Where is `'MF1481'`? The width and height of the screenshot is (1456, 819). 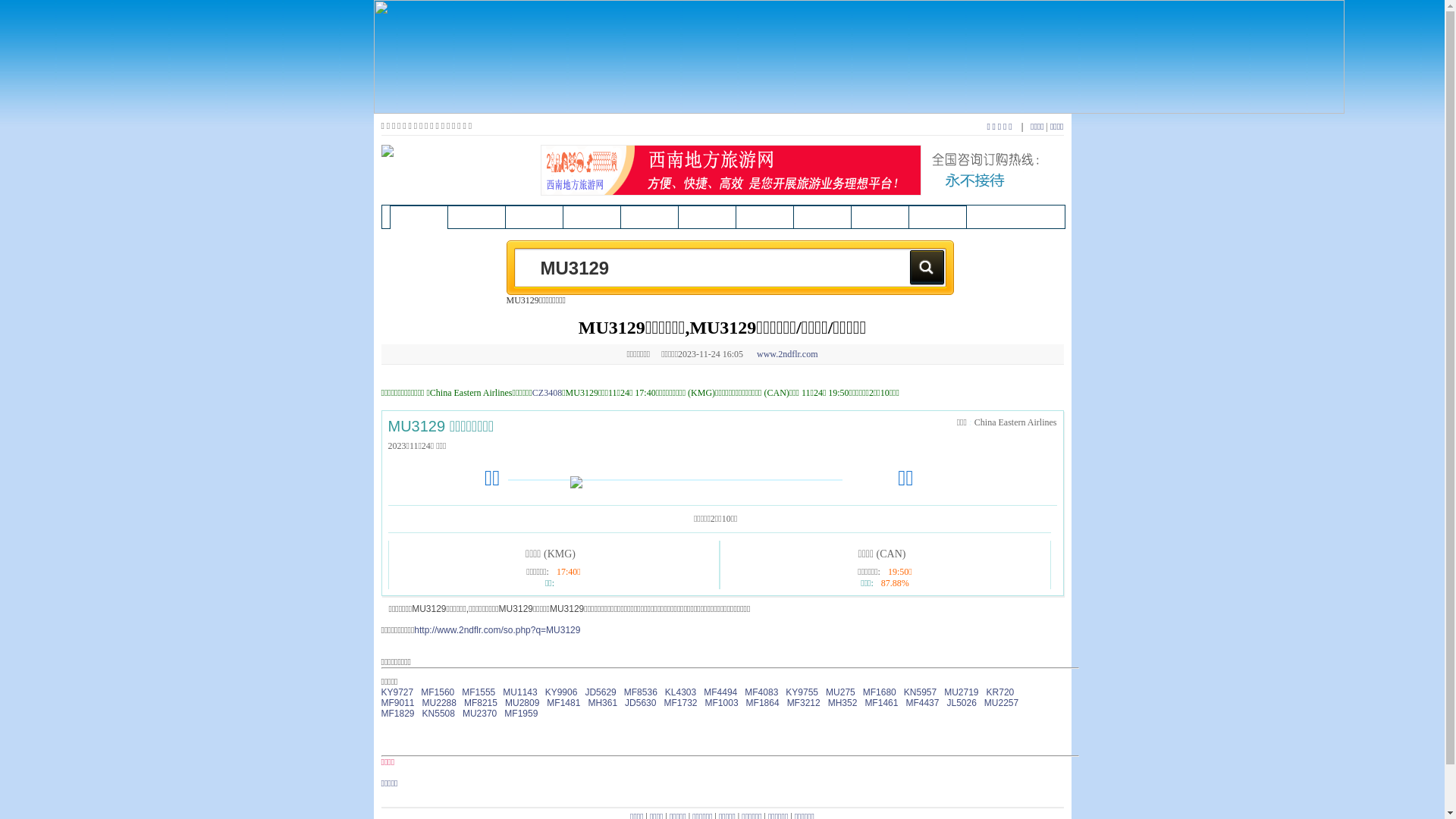
'MF1481' is located at coordinates (546, 702).